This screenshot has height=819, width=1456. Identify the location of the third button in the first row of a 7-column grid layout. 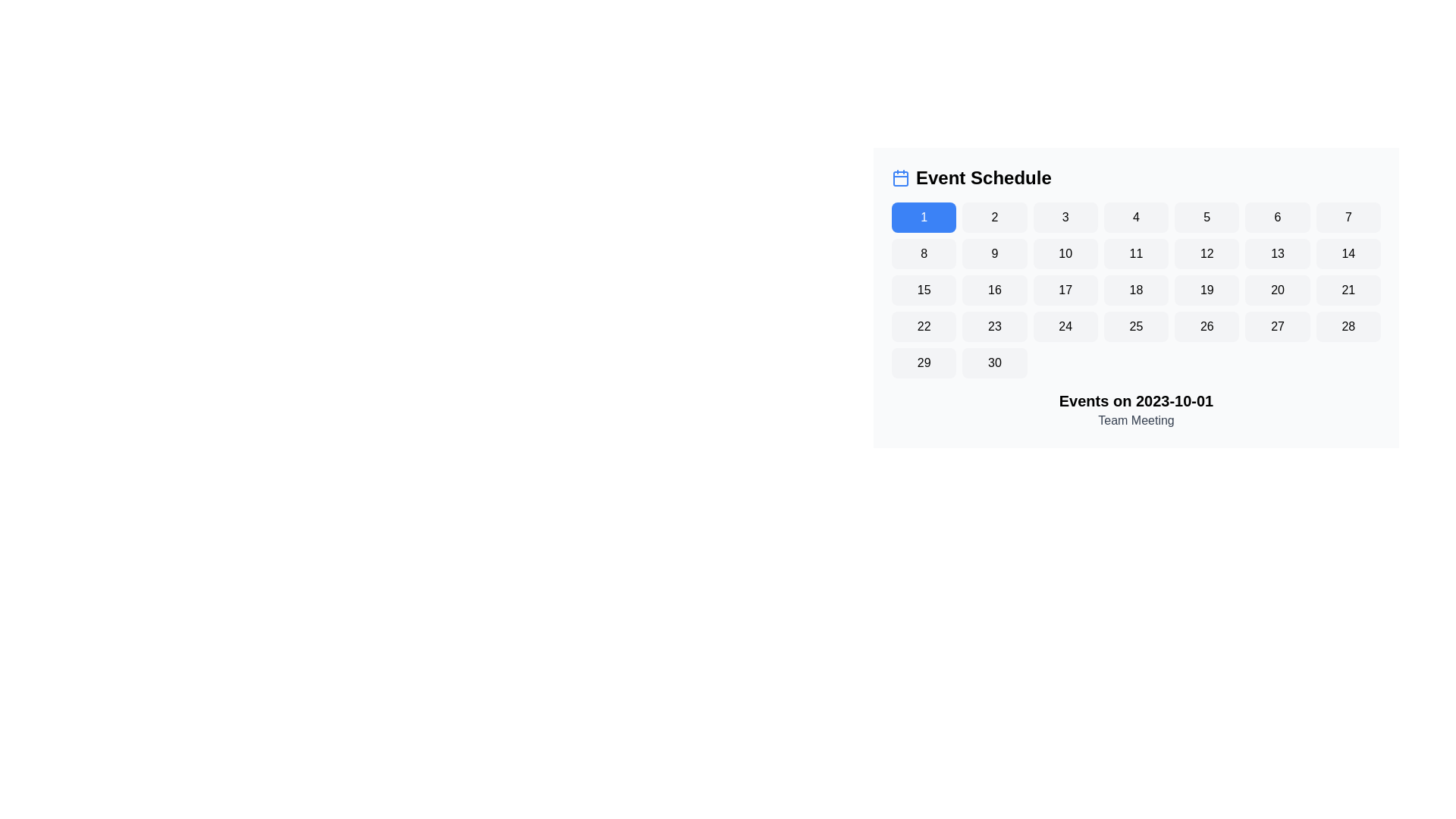
(1065, 217).